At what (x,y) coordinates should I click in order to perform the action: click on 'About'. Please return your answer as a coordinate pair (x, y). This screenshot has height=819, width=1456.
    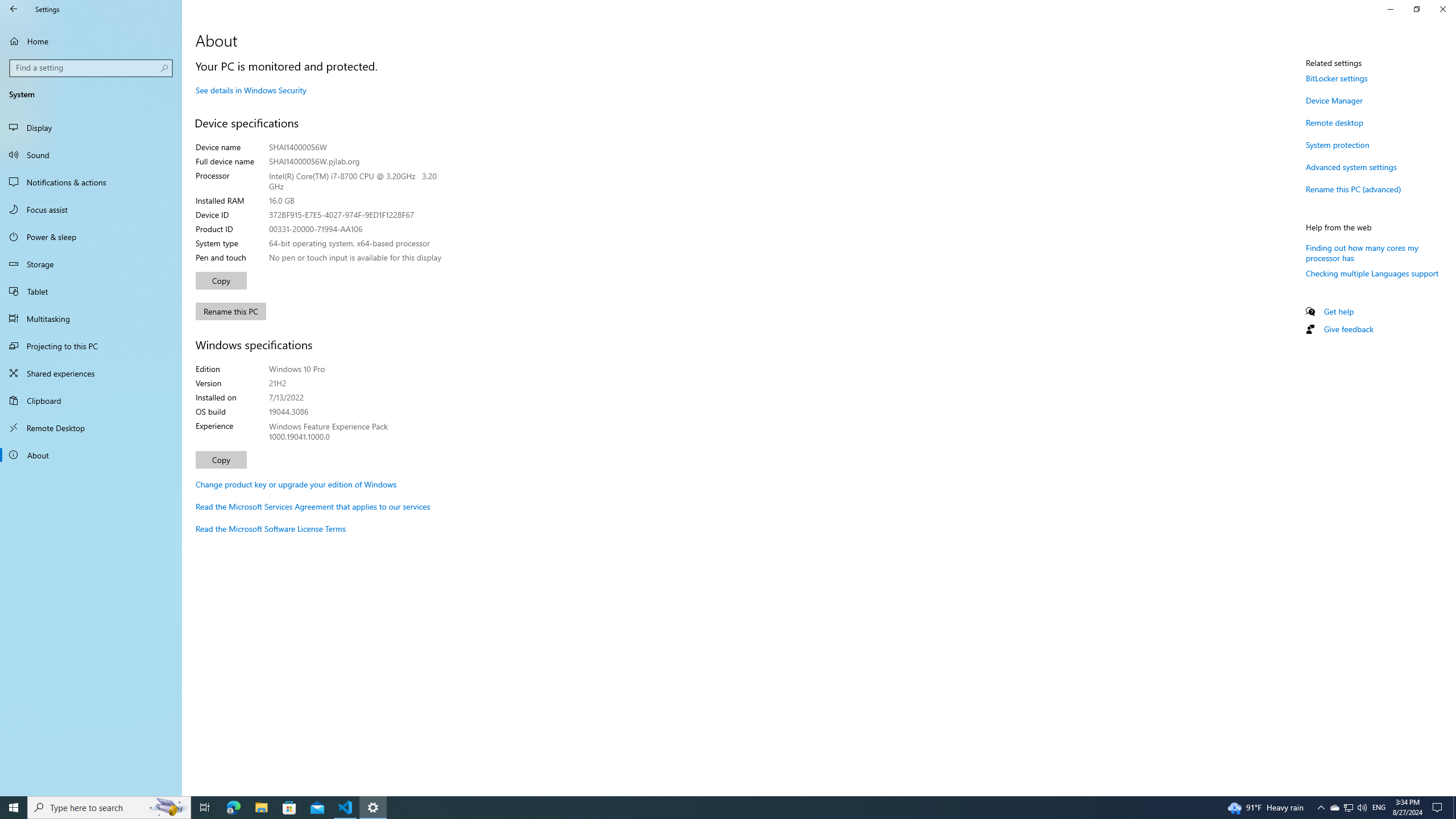
    Looking at the image, I should click on (90, 454).